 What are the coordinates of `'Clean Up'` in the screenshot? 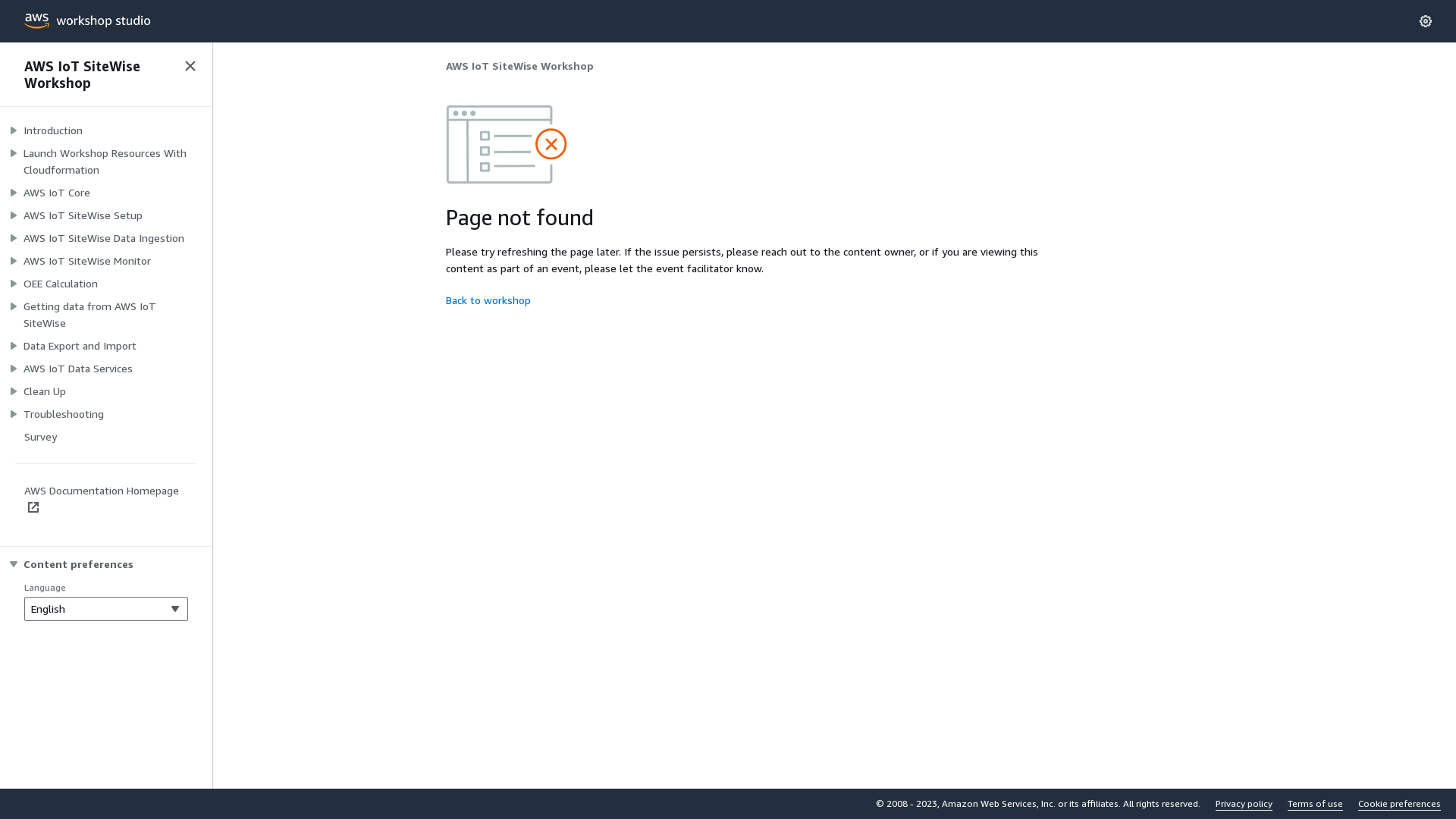 It's located at (44, 391).